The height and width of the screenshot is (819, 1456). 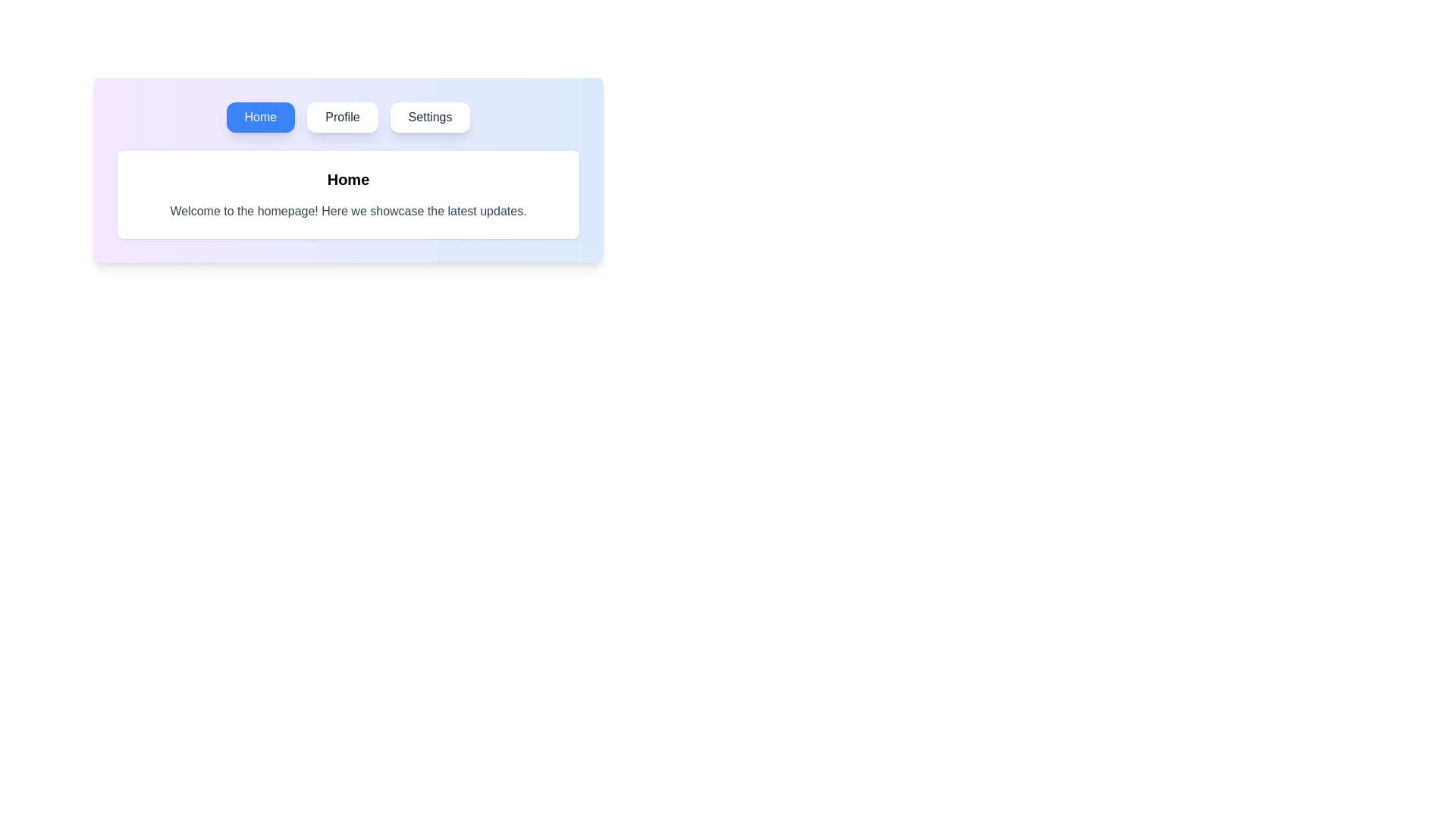 I want to click on the Home tab to view its content, so click(x=260, y=116).